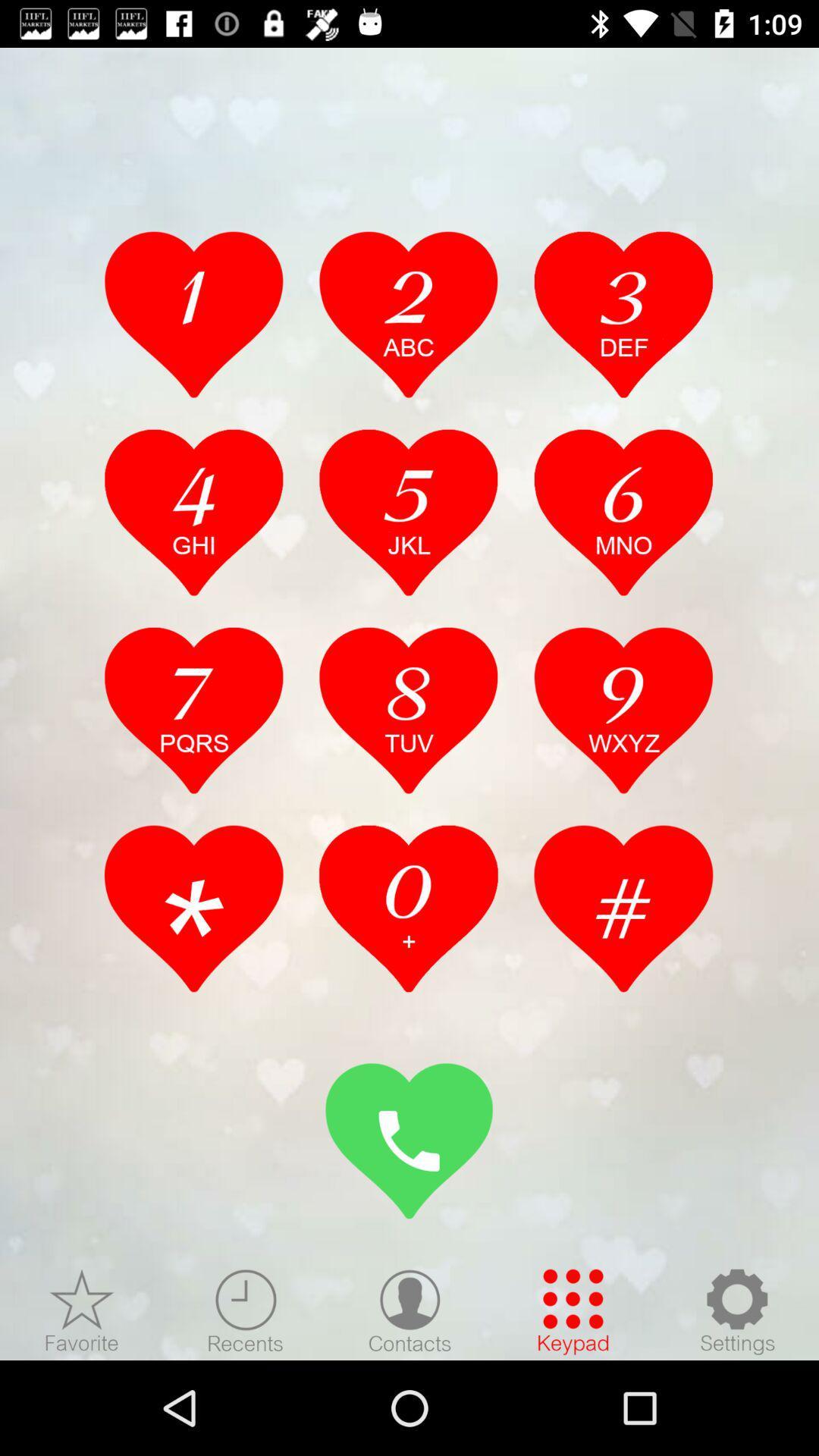 The height and width of the screenshot is (1456, 819). What do you see at coordinates (409, 1141) in the screenshot?
I see `stoggle number board` at bounding box center [409, 1141].